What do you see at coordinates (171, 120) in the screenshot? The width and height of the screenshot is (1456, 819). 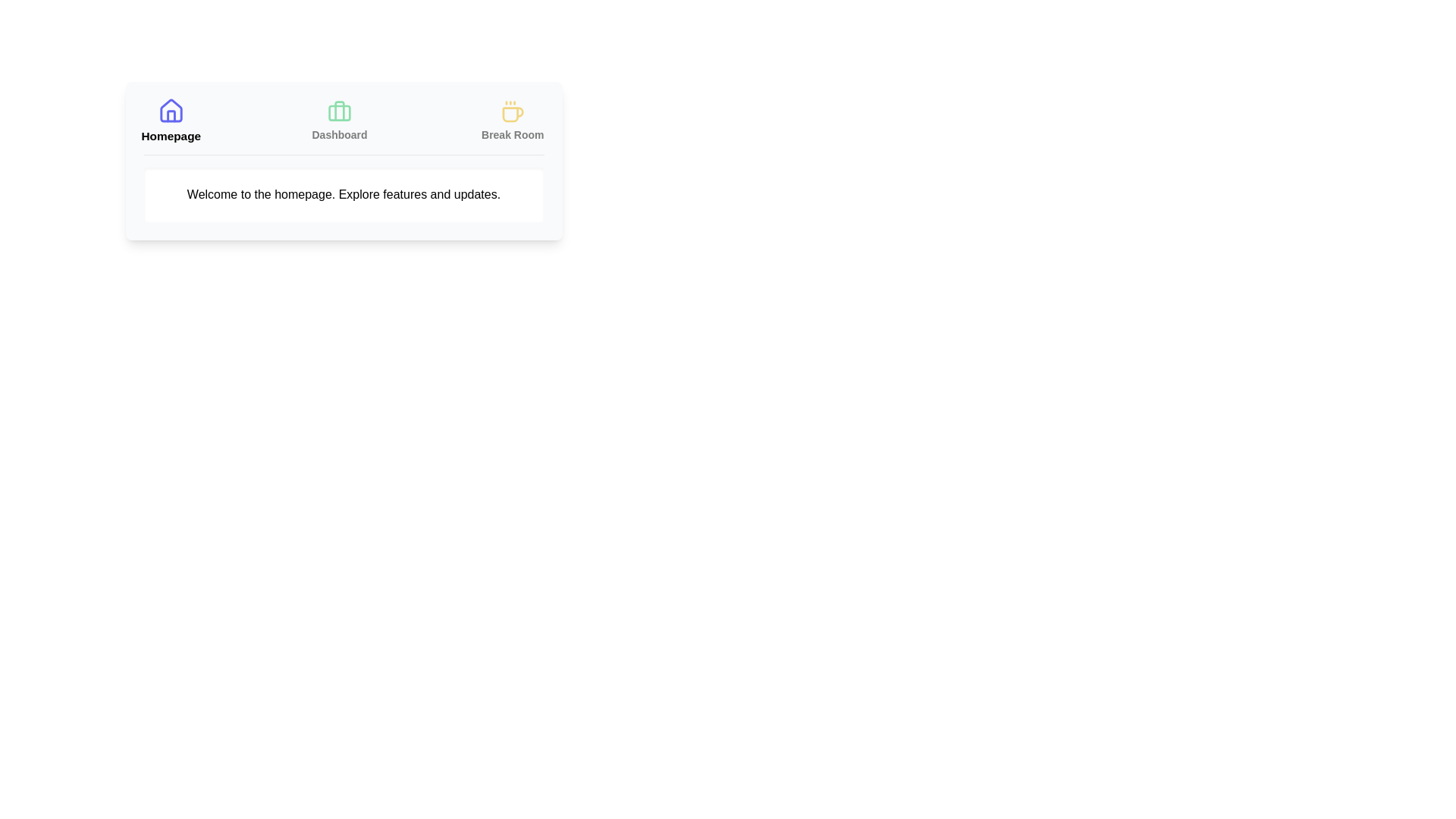 I see `the Homepage tab by clicking its corresponding button` at bounding box center [171, 120].